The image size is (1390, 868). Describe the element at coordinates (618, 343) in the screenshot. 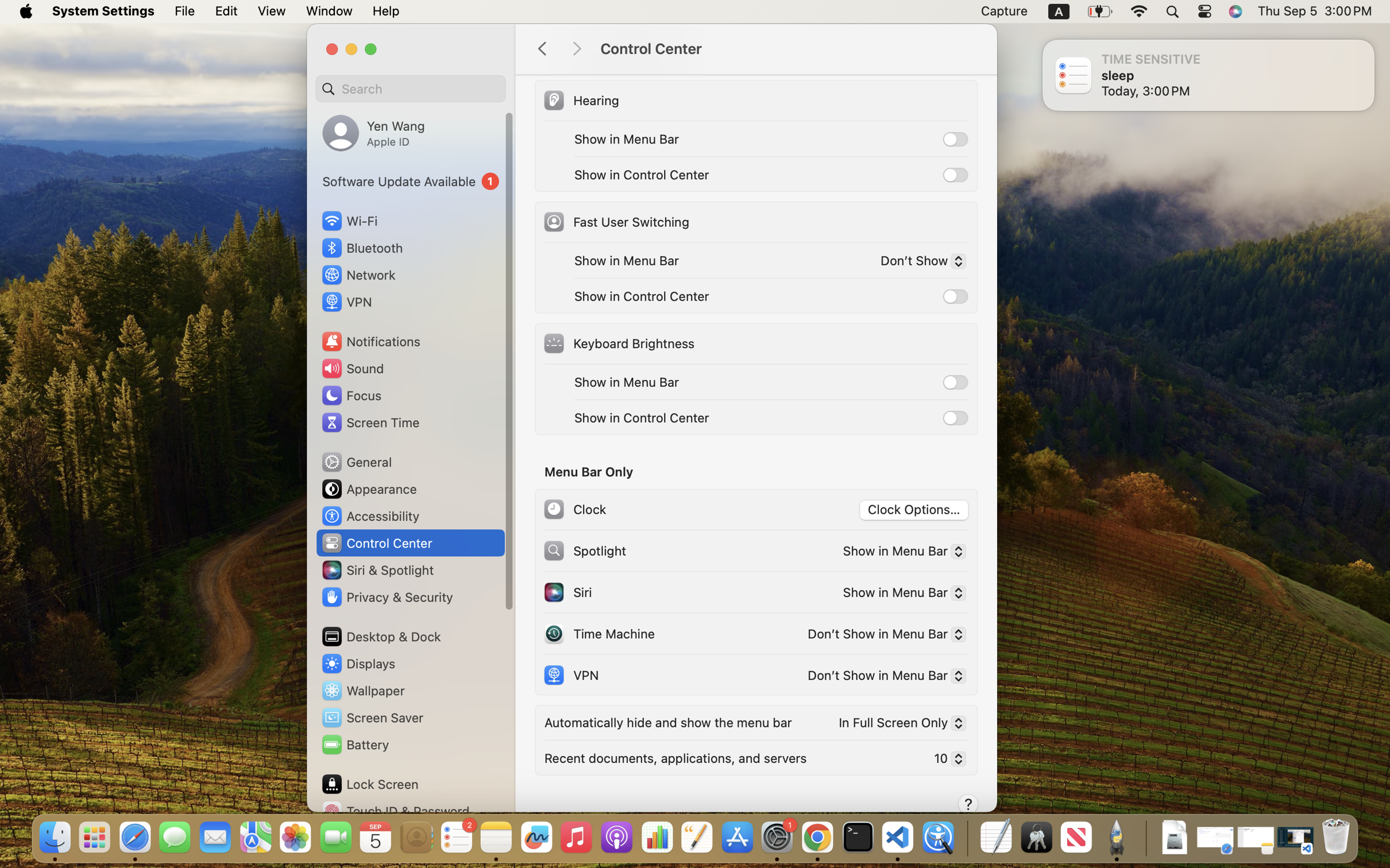

I see `'Keyboard Brightness'` at that location.